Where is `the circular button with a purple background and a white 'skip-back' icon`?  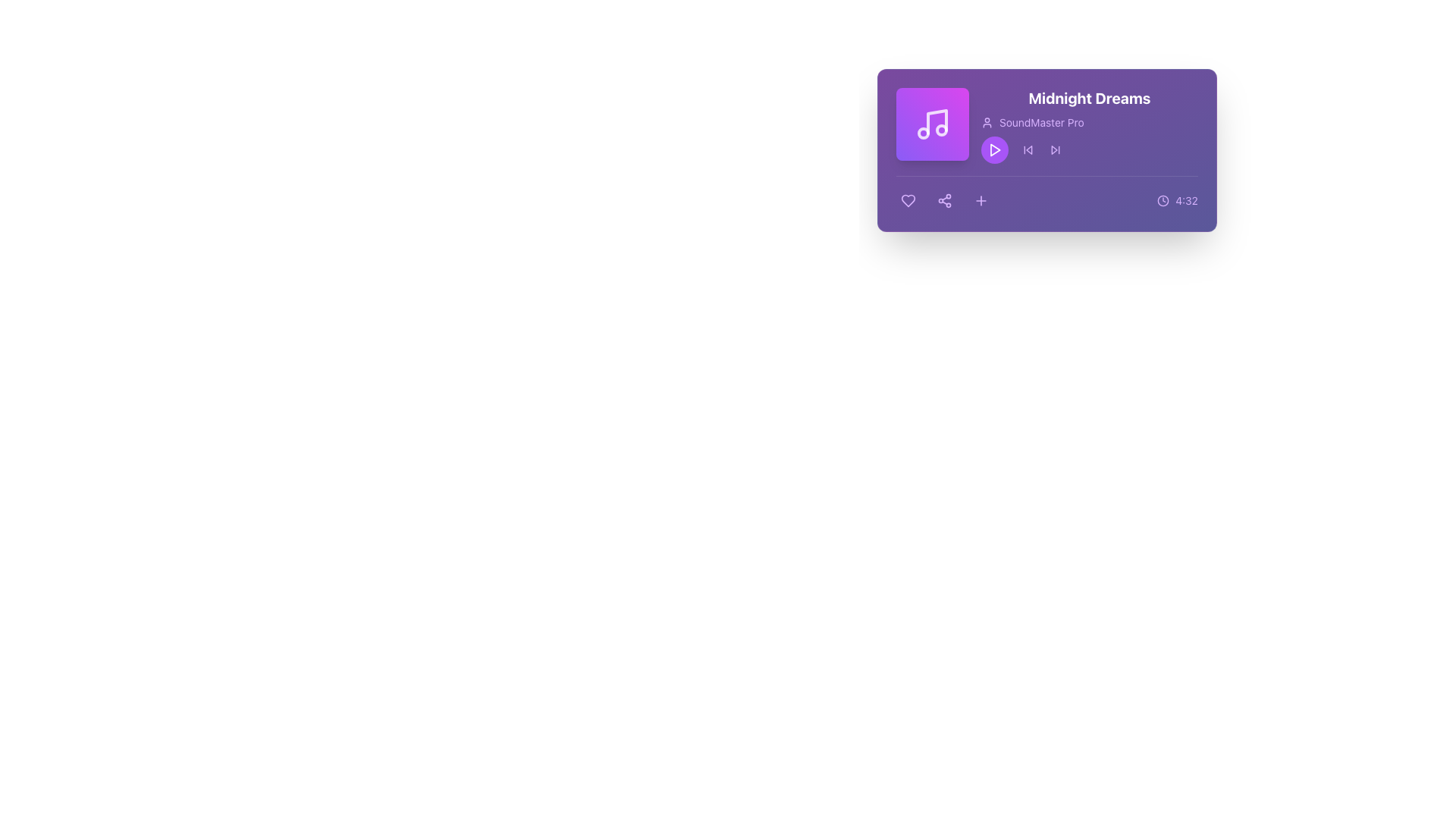 the circular button with a purple background and a white 'skip-back' icon is located at coordinates (1028, 149).